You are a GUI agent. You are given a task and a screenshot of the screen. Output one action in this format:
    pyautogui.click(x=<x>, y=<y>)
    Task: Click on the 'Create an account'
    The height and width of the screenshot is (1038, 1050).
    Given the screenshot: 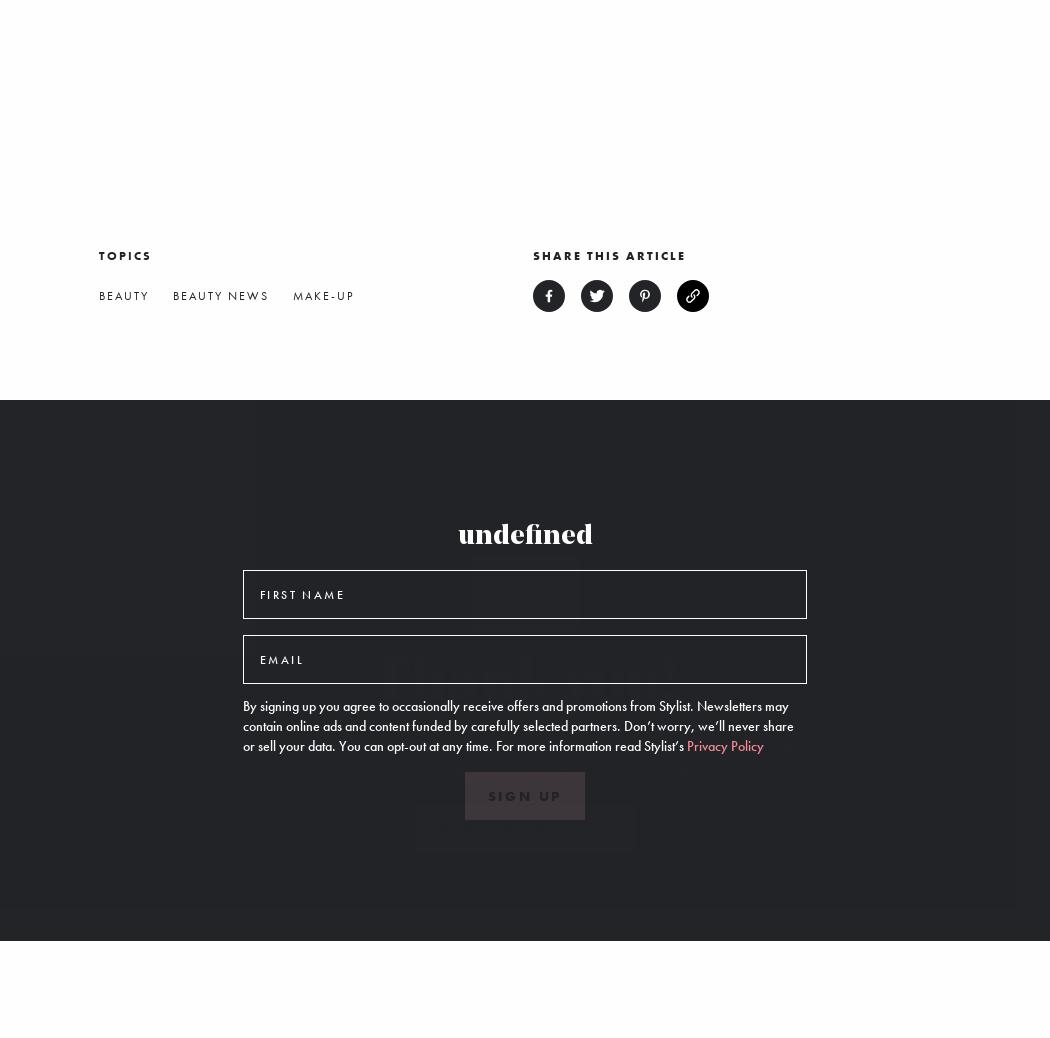 What is the action you would take?
    pyautogui.click(x=523, y=829)
    